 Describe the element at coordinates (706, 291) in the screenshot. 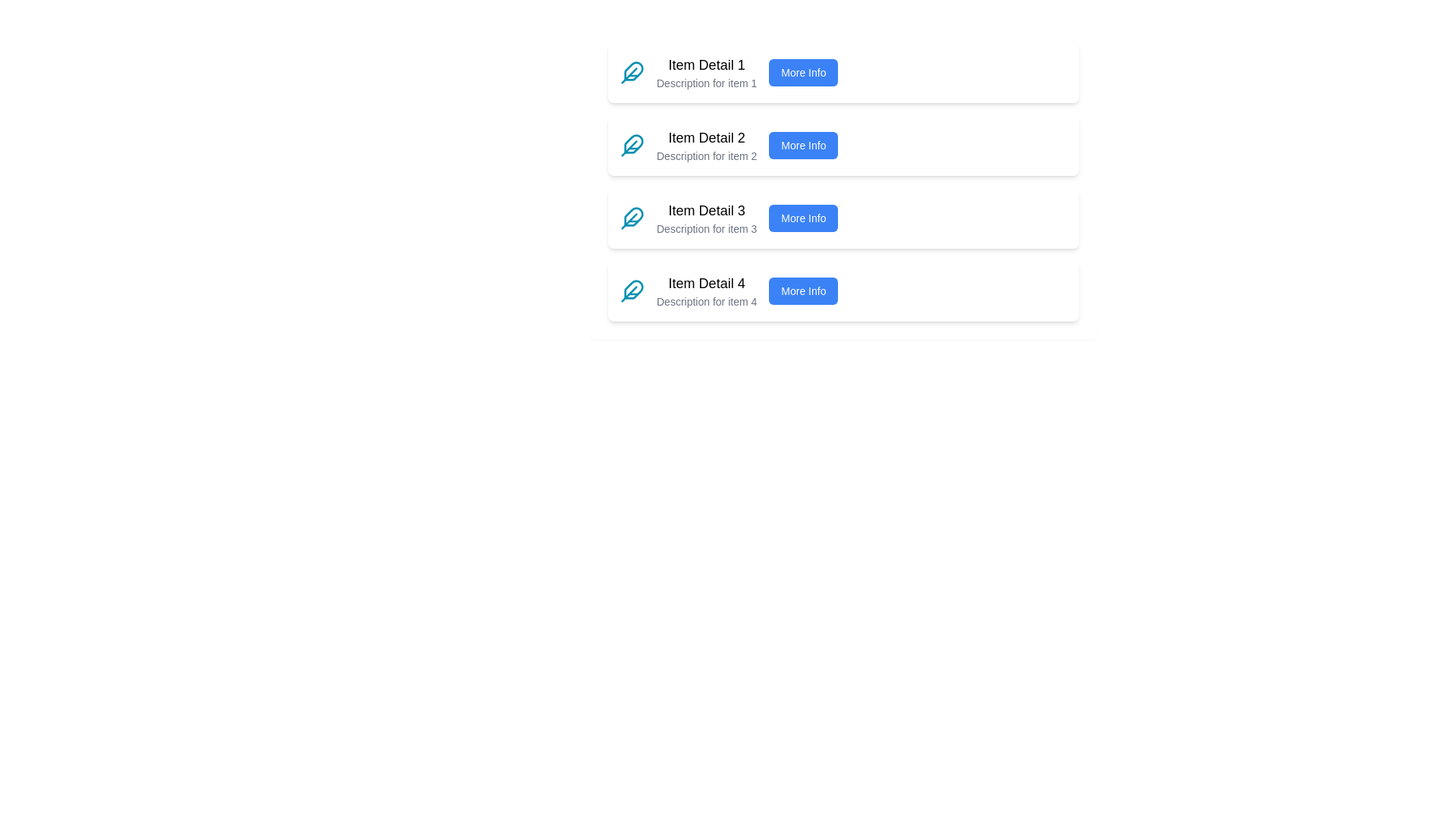

I see `the text block titled 'Item Detail 4' which contains the description 'Description for item 4'` at that location.